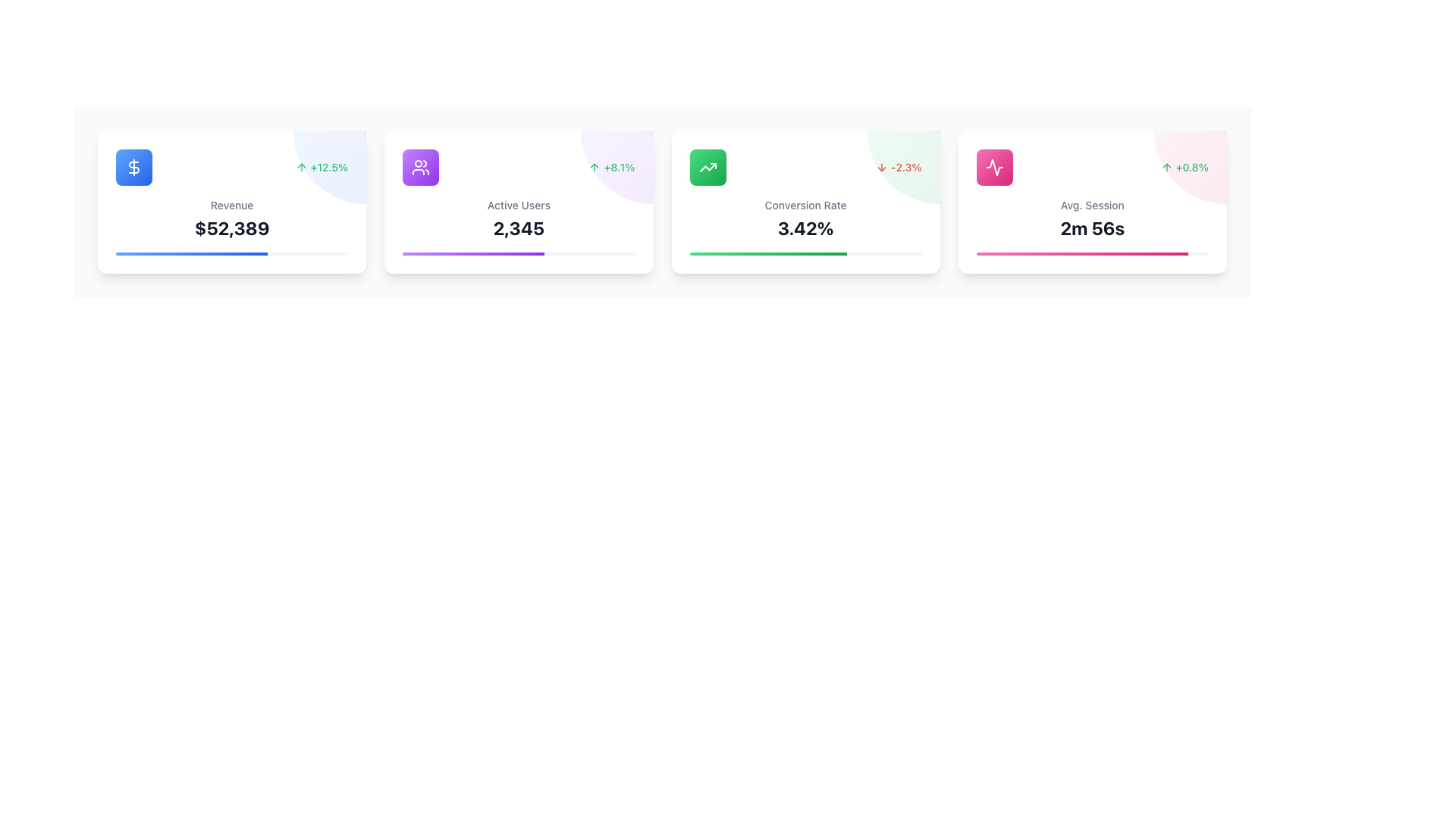 The height and width of the screenshot is (819, 1456). What do you see at coordinates (881, 167) in the screenshot?
I see `downward trend icon located in the 'Conversion Rate' card, which shows a percentage value of '3.42%' and is aligned with the text '-2.3%'` at bounding box center [881, 167].